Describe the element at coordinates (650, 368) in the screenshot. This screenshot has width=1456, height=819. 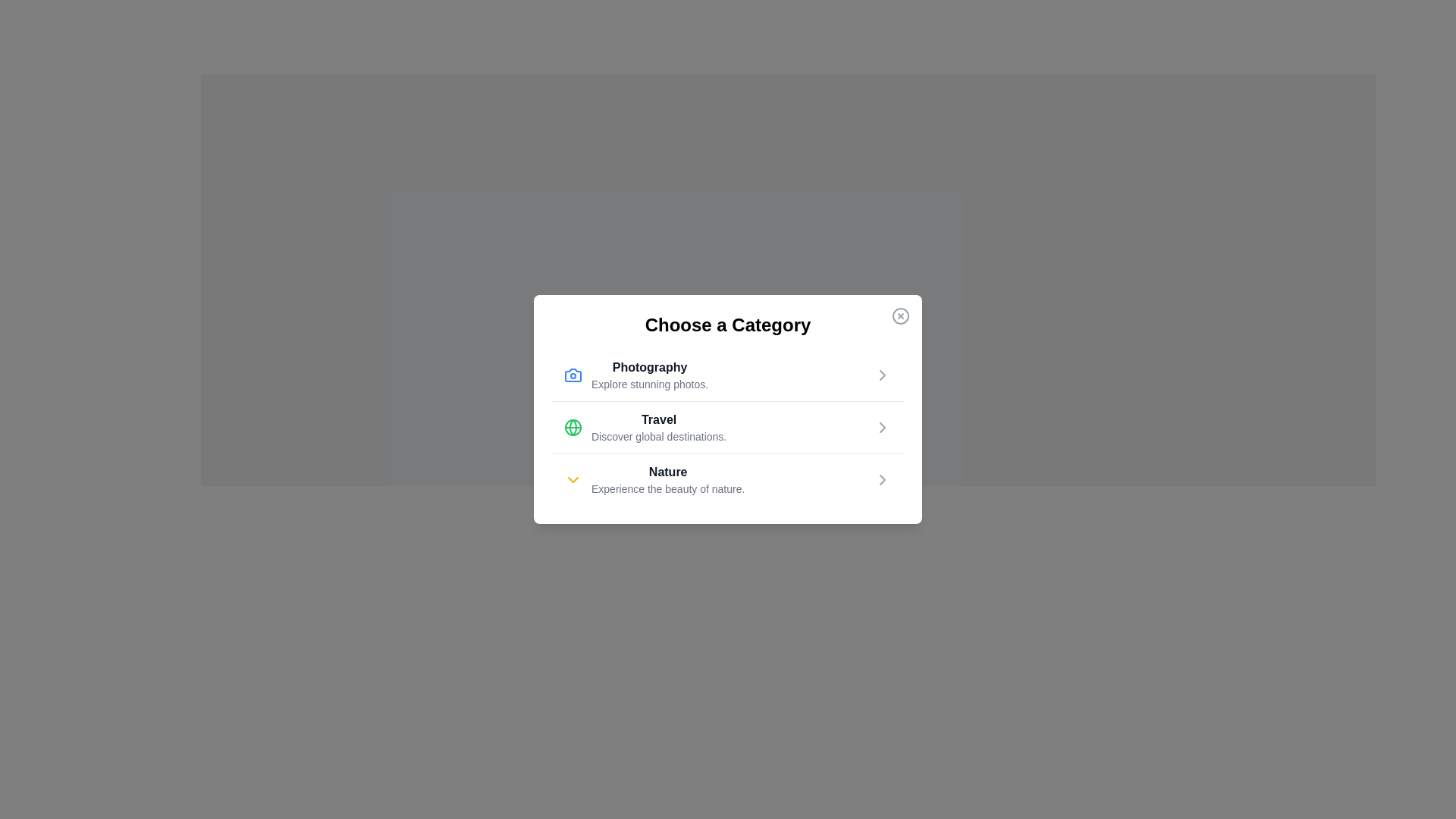
I see `the 'Photography' text label` at that location.